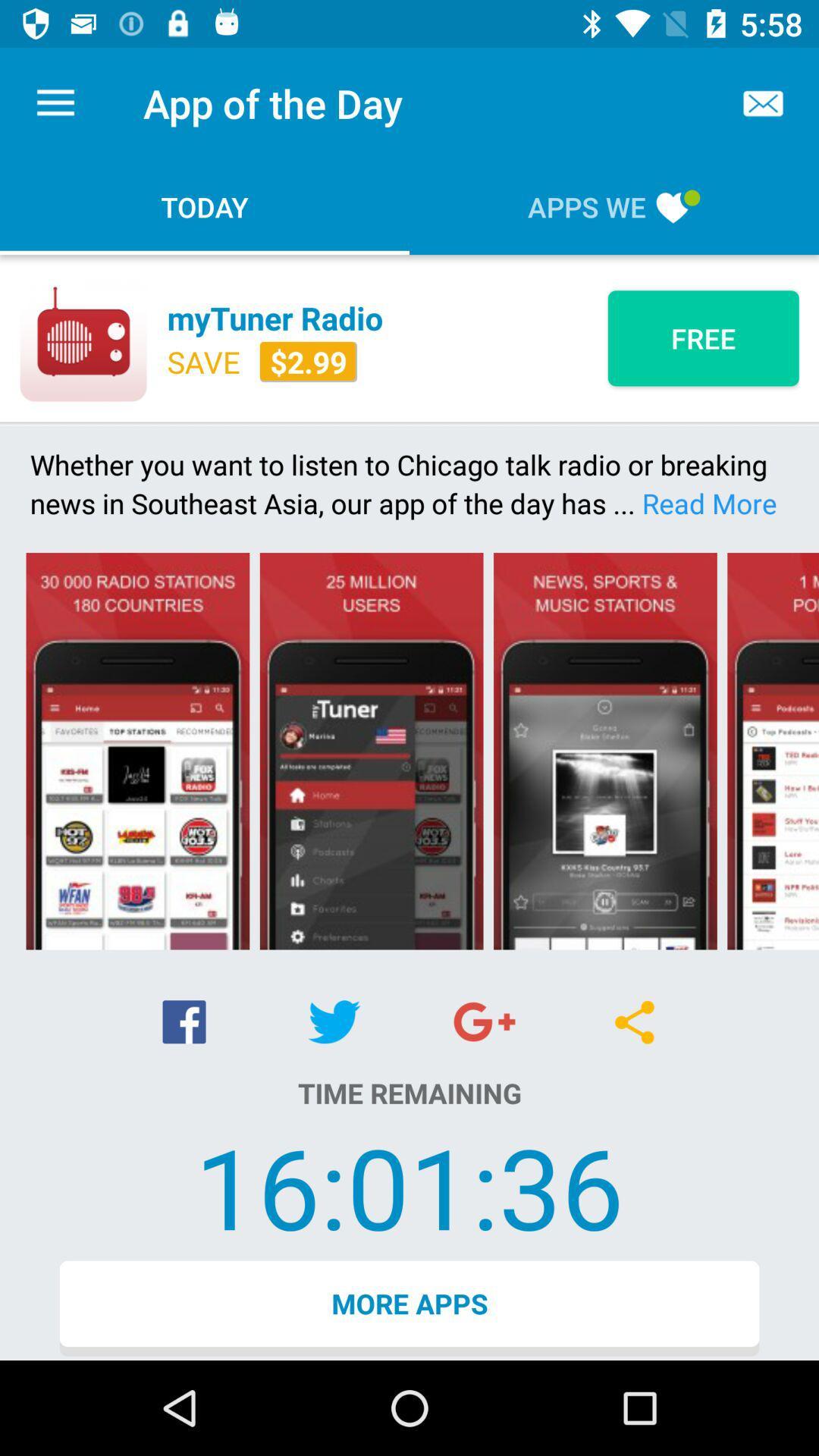 This screenshot has height=1456, width=819. What do you see at coordinates (763, 102) in the screenshot?
I see `the icon to the right of the app of the` at bounding box center [763, 102].